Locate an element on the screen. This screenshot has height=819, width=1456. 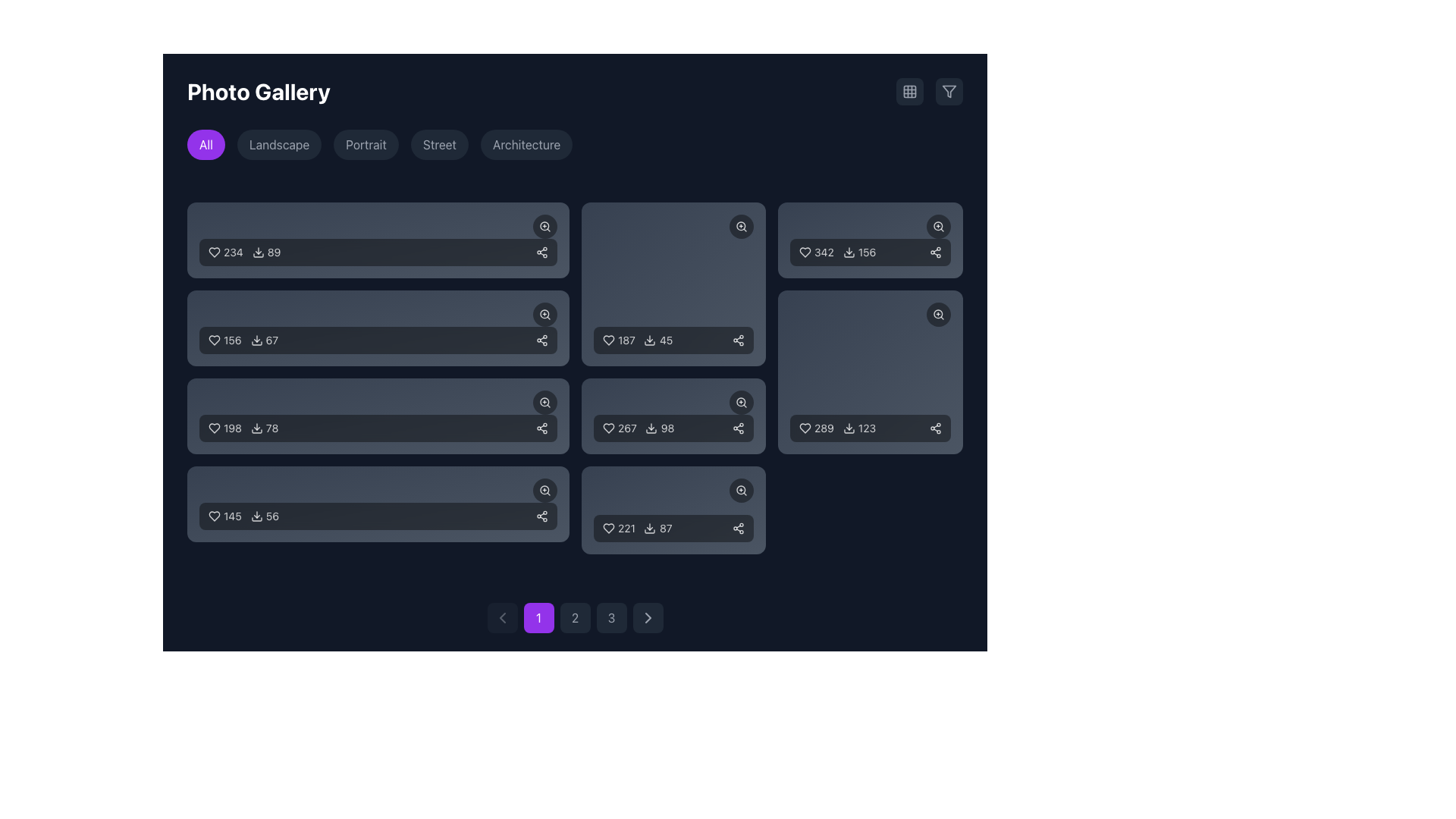
the zoom in button located in the second column and third row of the image tile grid is located at coordinates (742, 227).